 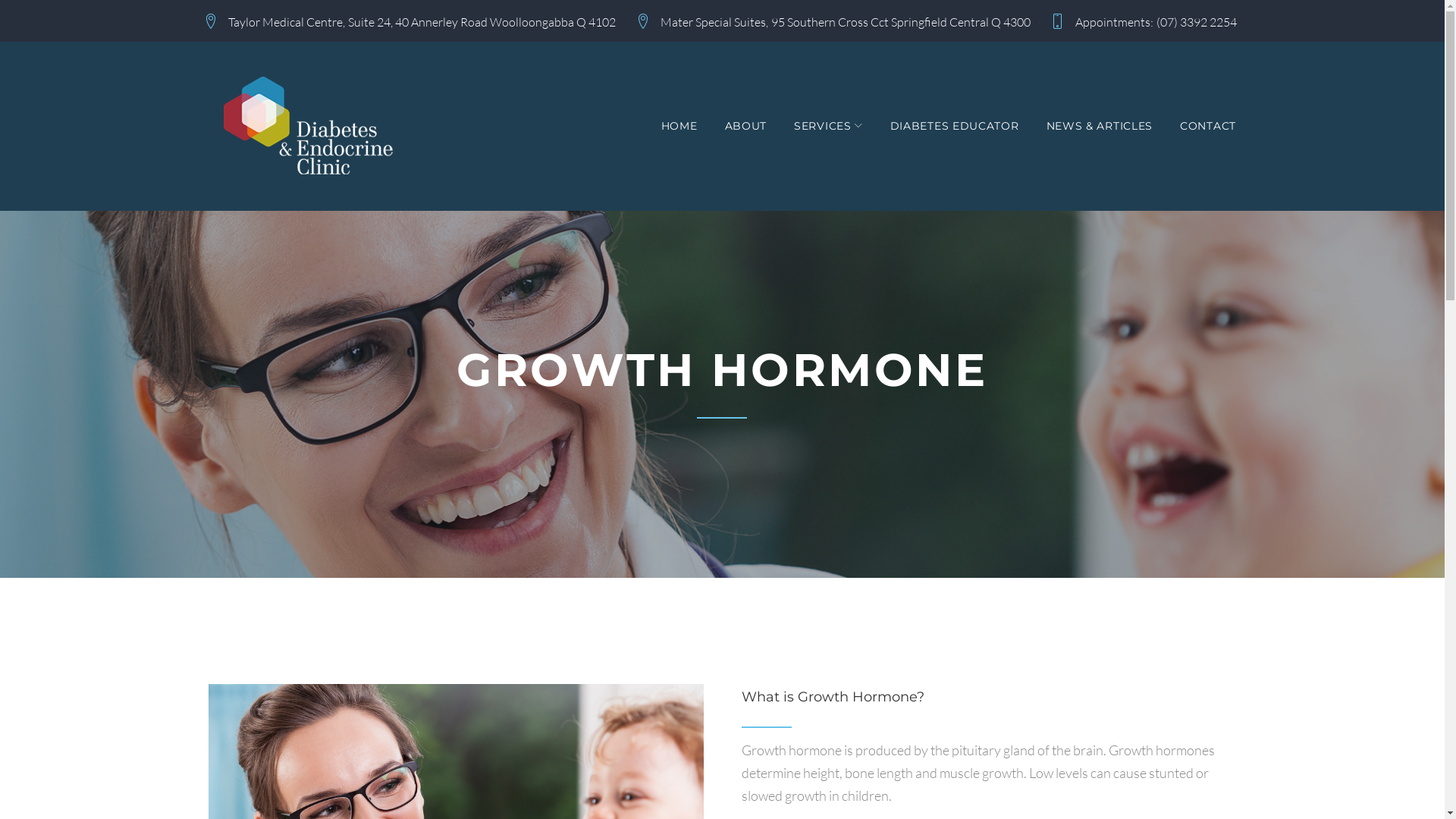 I want to click on 'DIABETES EDUCATOR', so click(x=953, y=125).